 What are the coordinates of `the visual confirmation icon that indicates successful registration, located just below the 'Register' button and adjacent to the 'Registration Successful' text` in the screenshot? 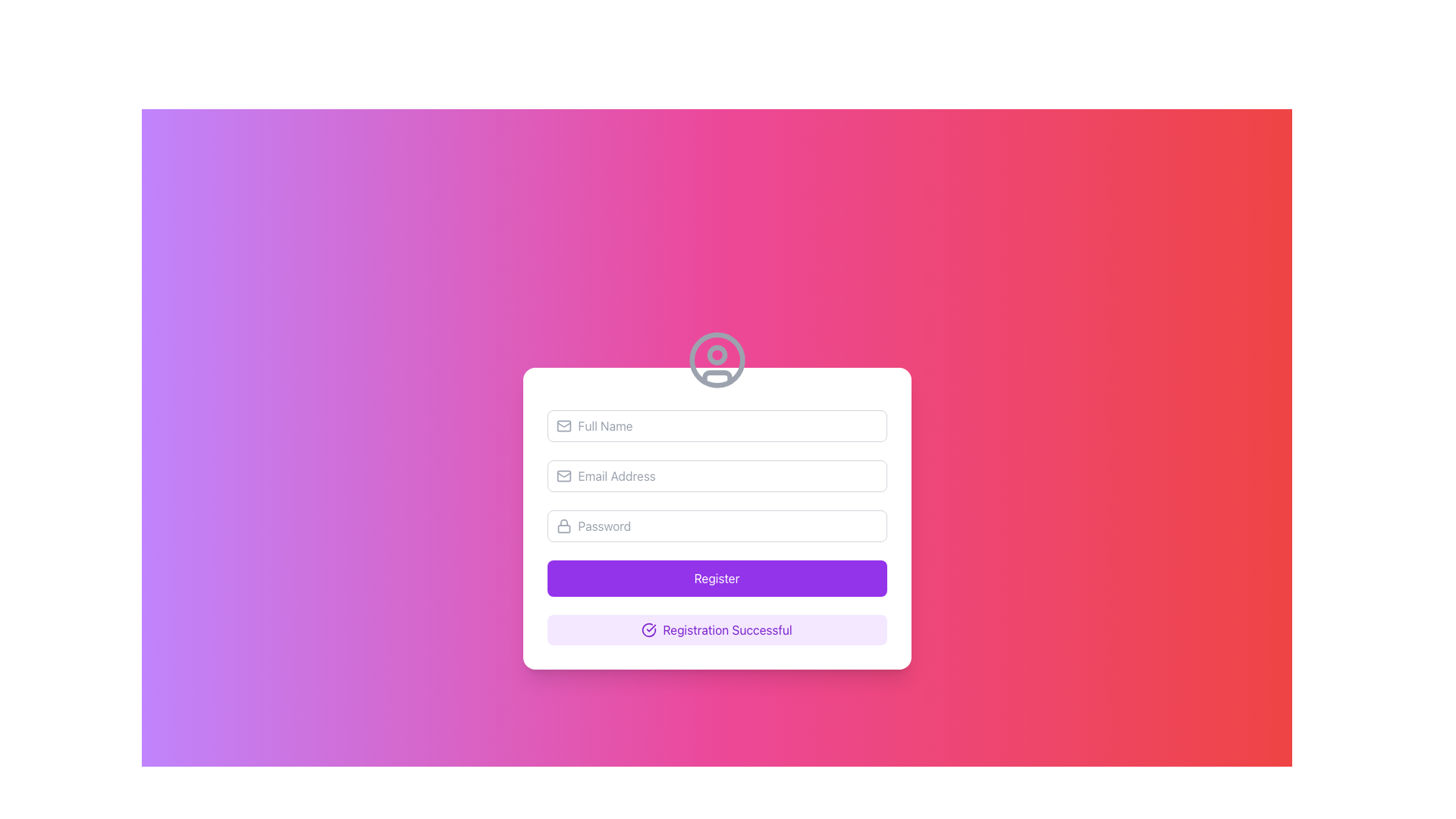 It's located at (649, 629).